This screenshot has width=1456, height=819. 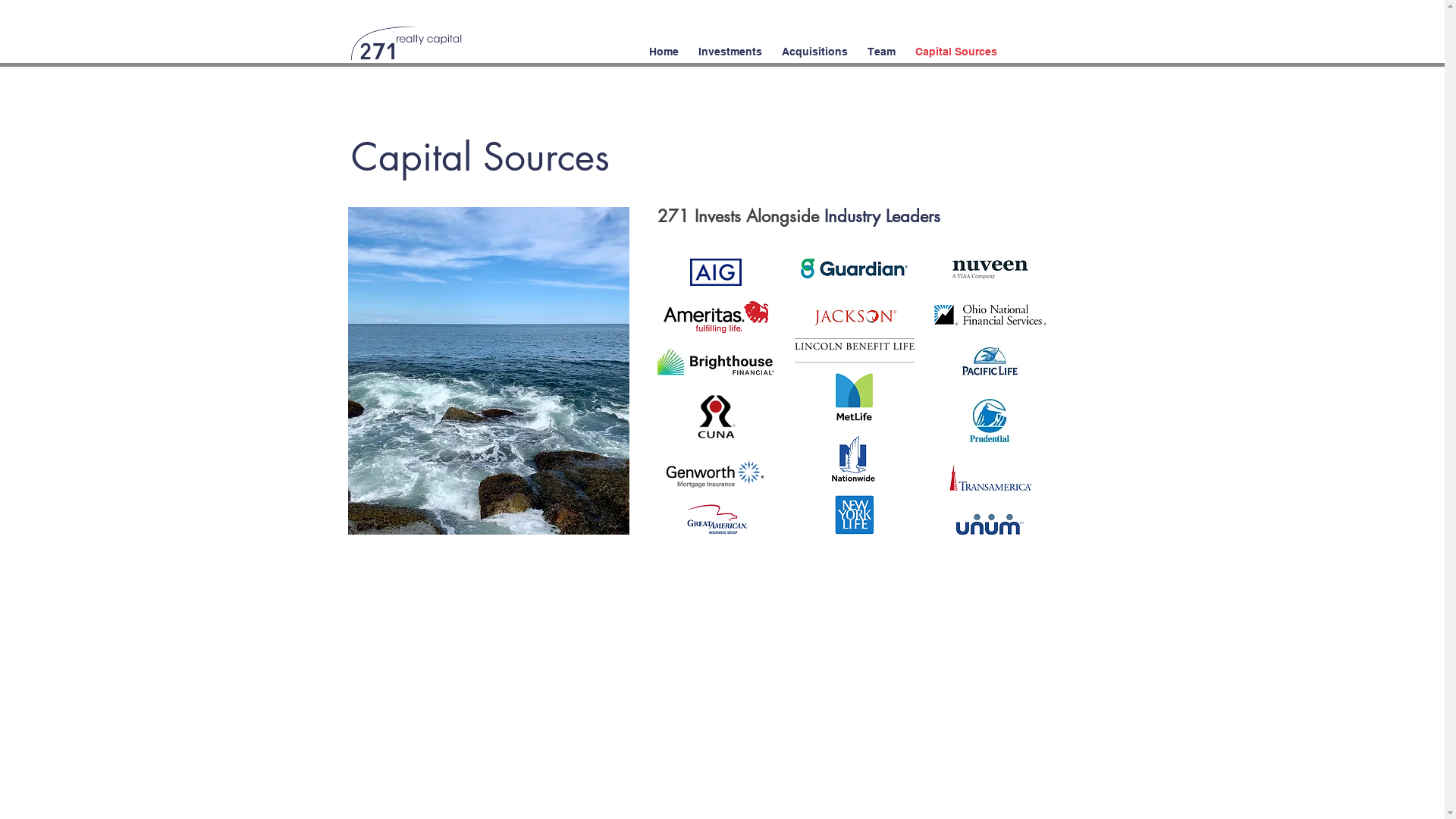 I want to click on 'Acquisitions', so click(x=814, y=44).